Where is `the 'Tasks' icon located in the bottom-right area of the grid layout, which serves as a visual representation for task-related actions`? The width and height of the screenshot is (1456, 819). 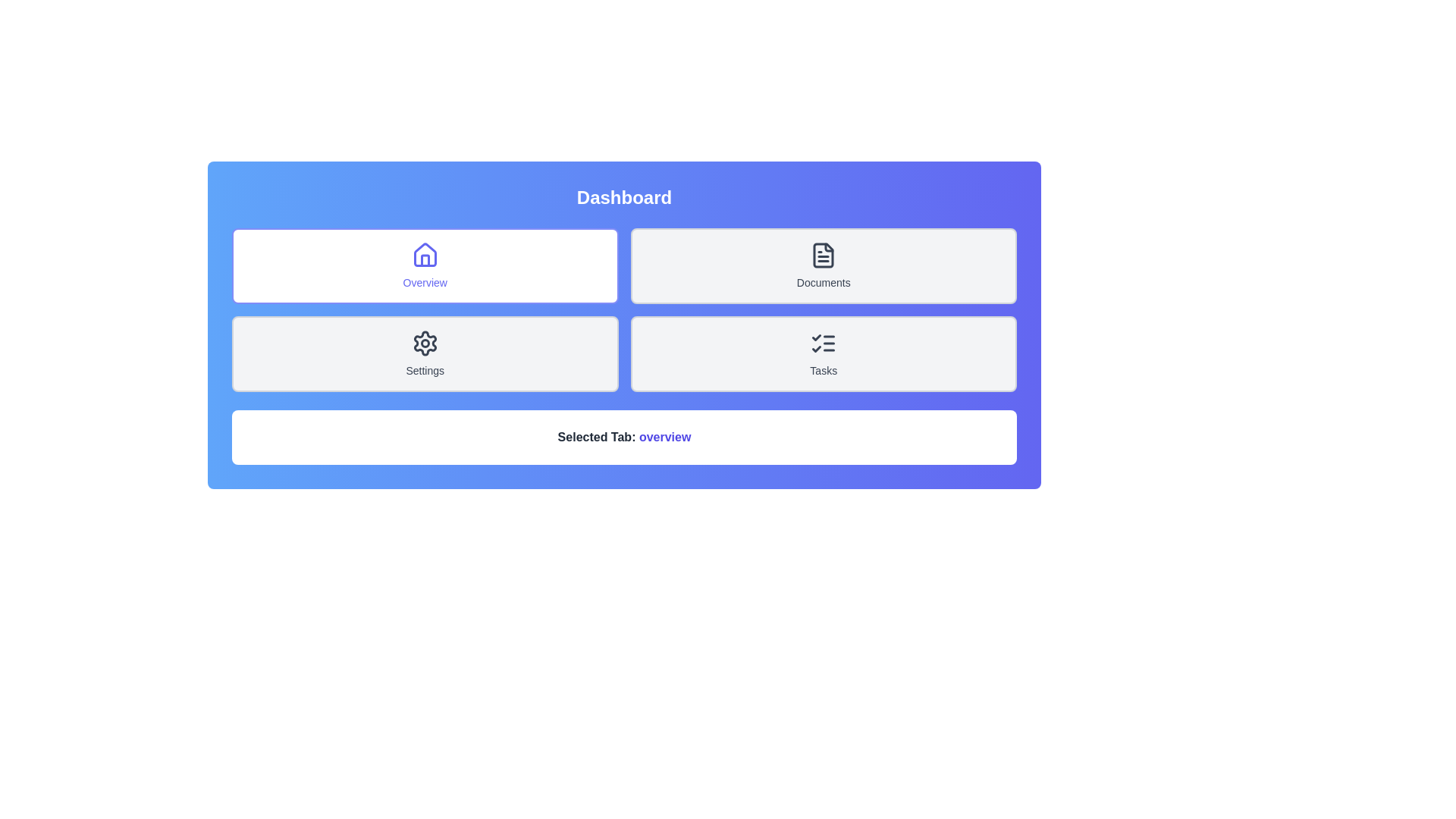
the 'Tasks' icon located in the bottom-right area of the grid layout, which serves as a visual representation for task-related actions is located at coordinates (823, 343).